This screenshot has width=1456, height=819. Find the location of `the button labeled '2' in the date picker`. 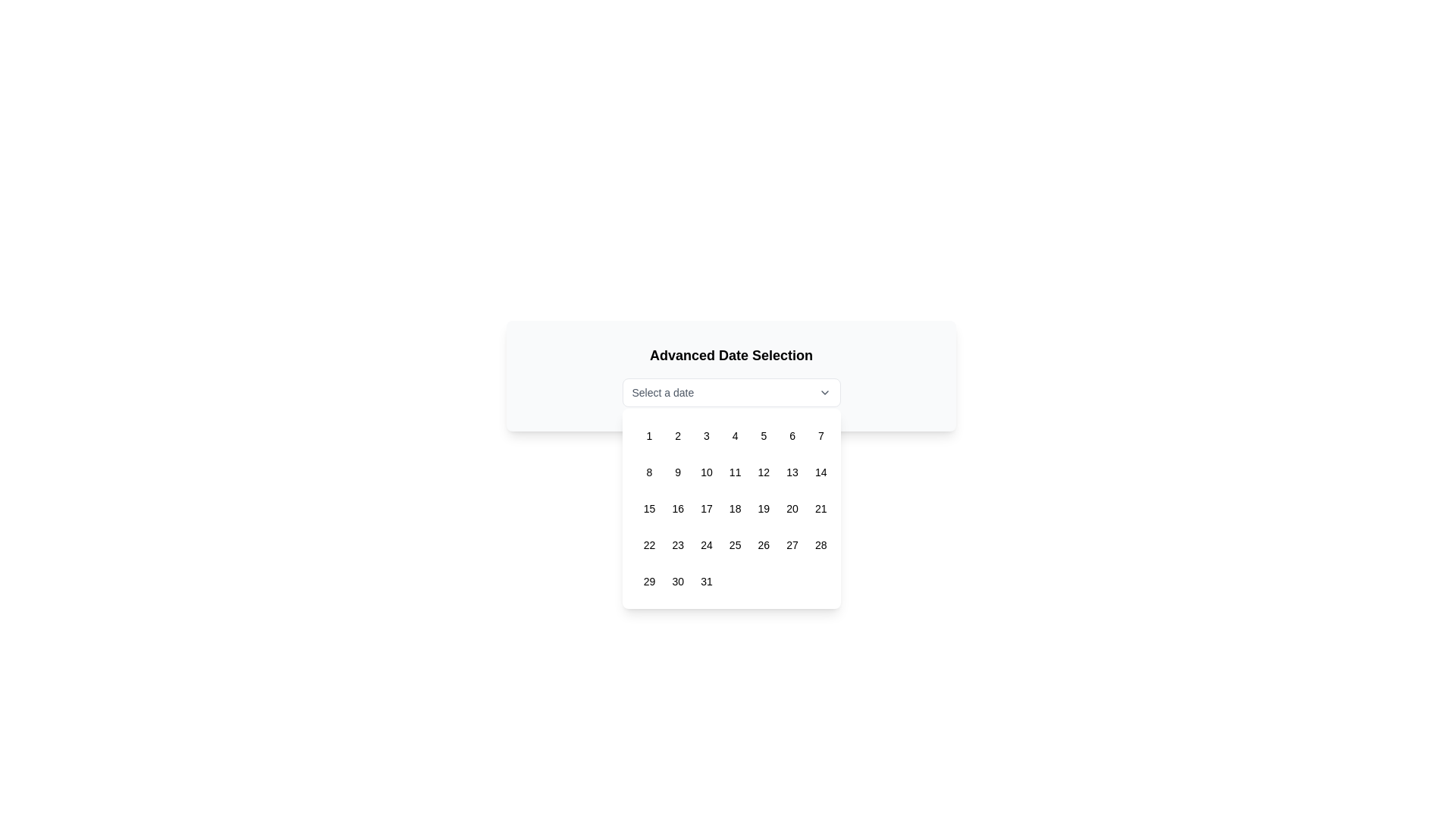

the button labeled '2' in the date picker is located at coordinates (677, 435).